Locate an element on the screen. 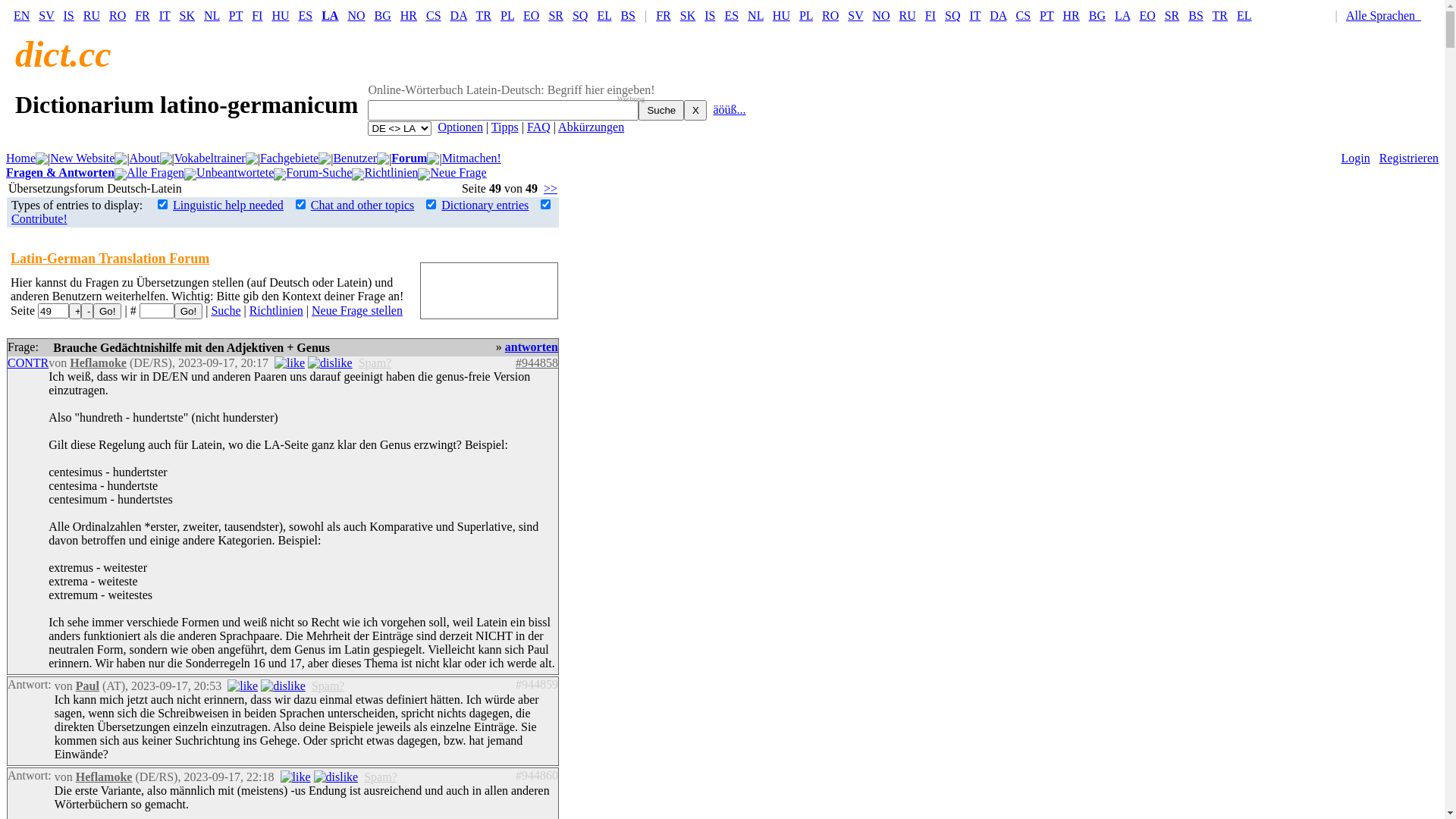 The image size is (1456, 819). 'dict.cc' is located at coordinates (62, 53).